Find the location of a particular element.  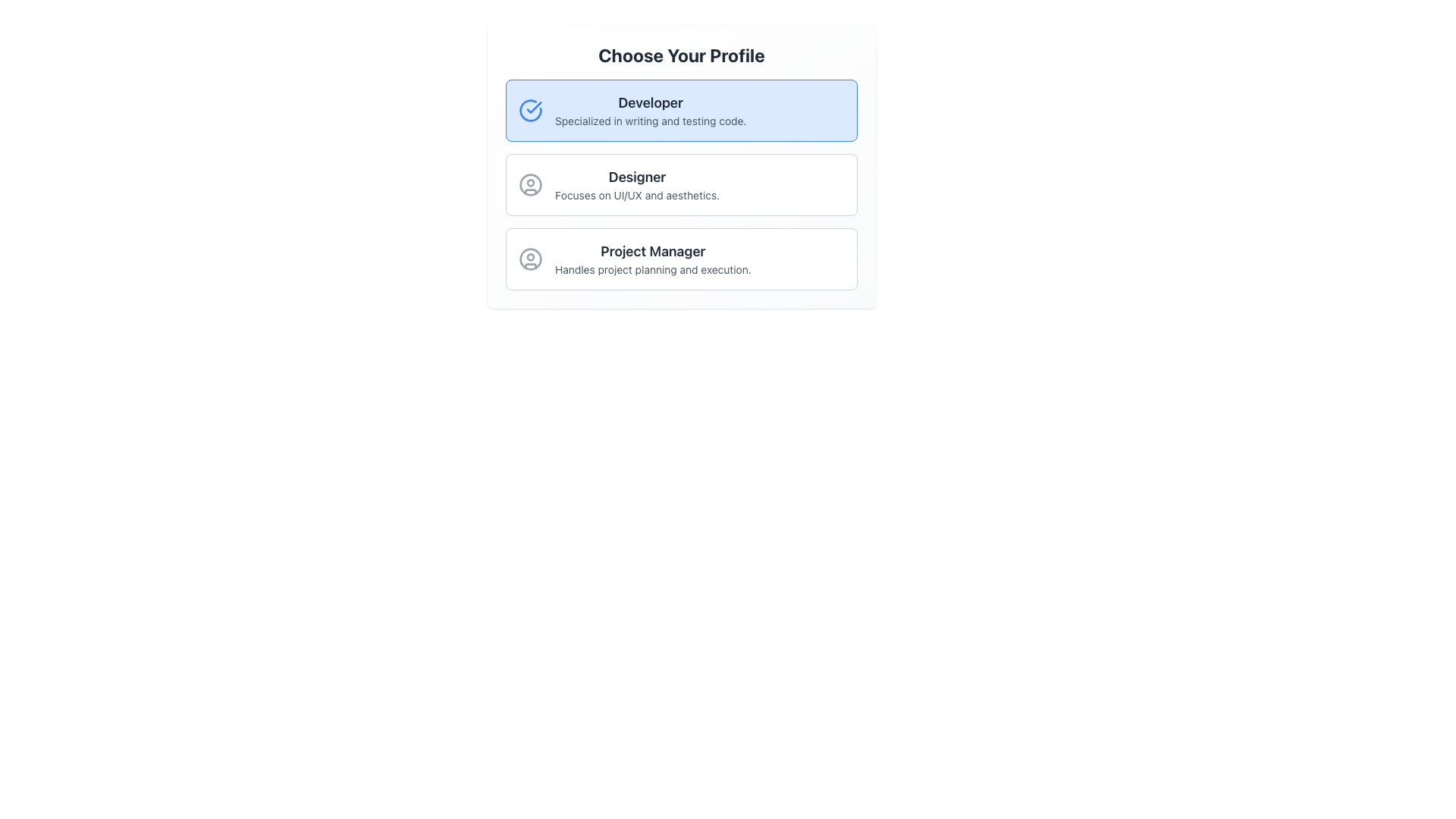

the visual state of the circular blue checkmark icon located at the top-left corner of the 'Developer' profile card, beside the title 'Developer' is located at coordinates (531, 110).